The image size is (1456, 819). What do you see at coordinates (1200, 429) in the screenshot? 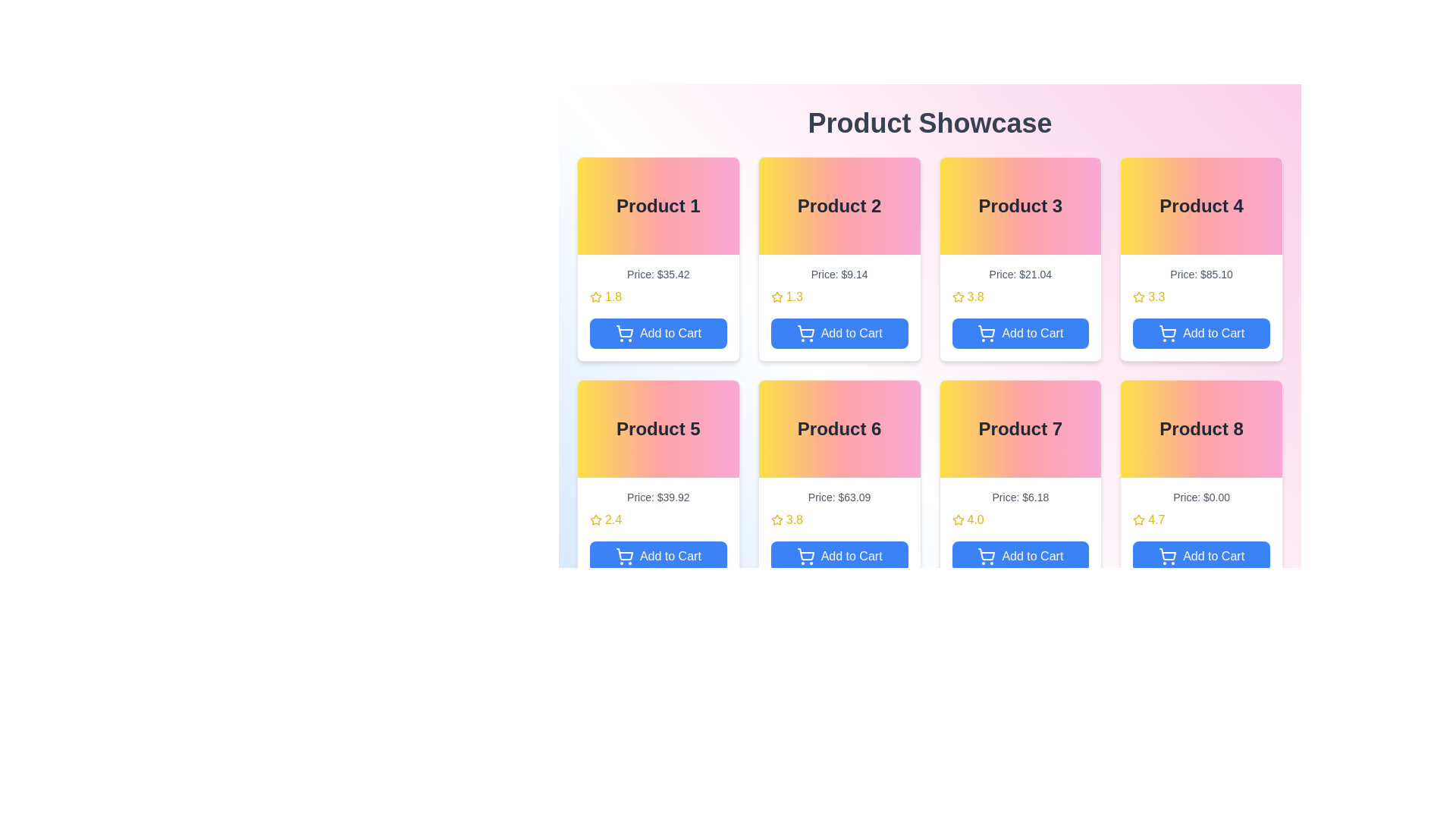
I see `the label with a gradient background from yellow to pink, containing the text 'Product 8' in large, bold, dark-gray font, located in the bottom-right corner of the product cards grid` at bounding box center [1200, 429].